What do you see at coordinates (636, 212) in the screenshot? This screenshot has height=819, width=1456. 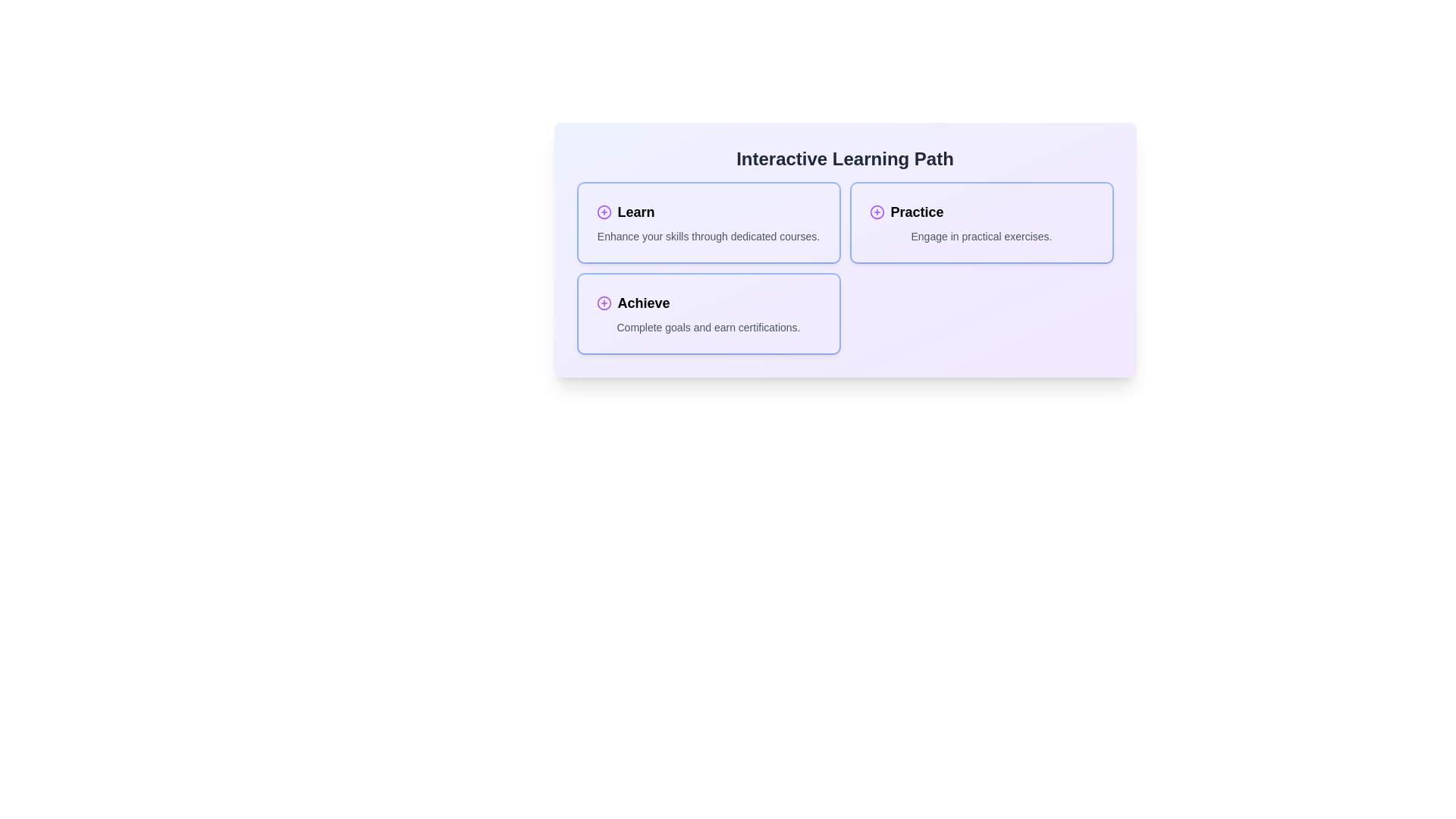 I see `text label displaying the word 'Learn' in bold, located within the first card of a grid layout, near the top edge of the card` at bounding box center [636, 212].